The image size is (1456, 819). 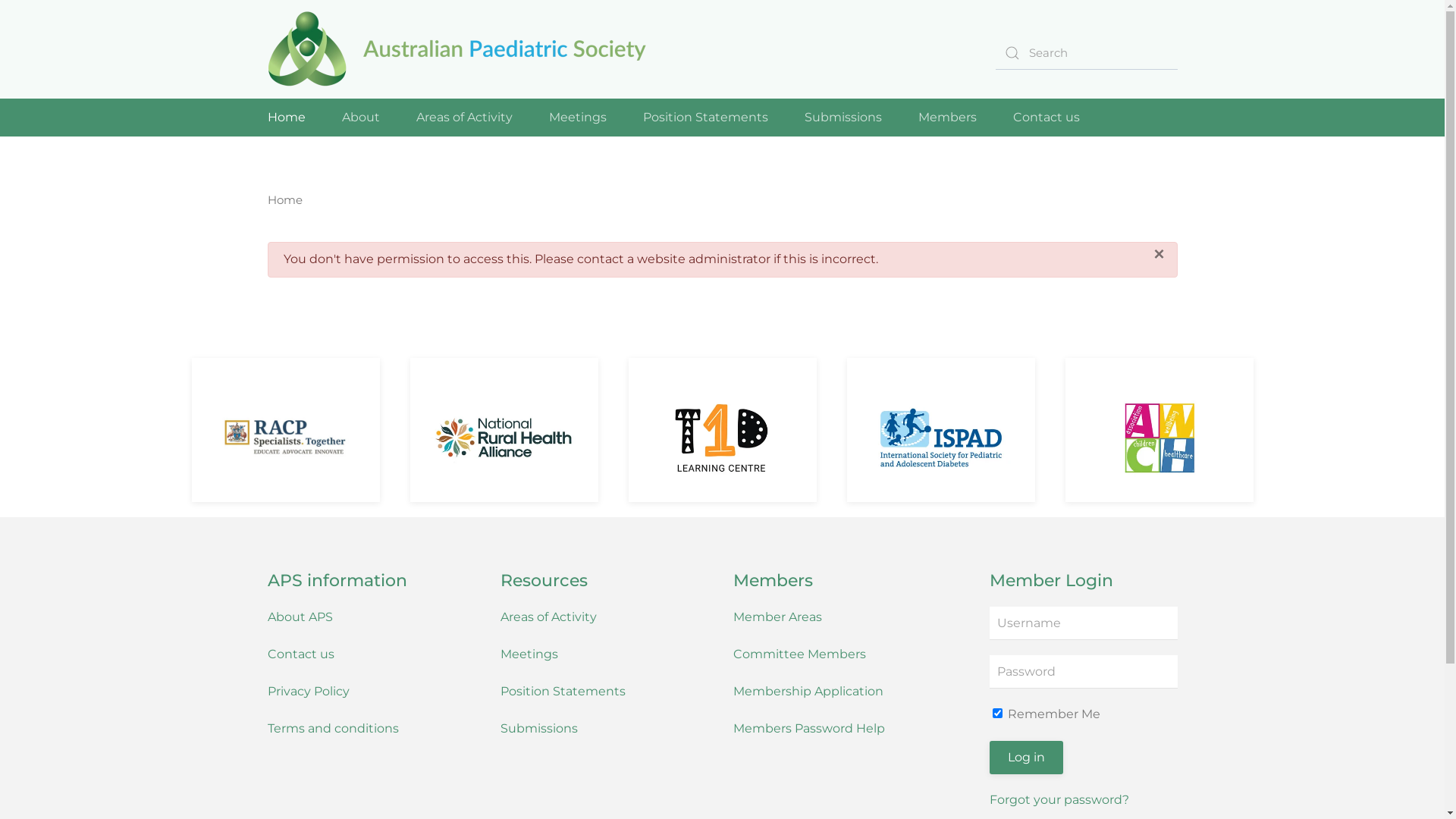 What do you see at coordinates (808, 727) in the screenshot?
I see `'Members Password Help'` at bounding box center [808, 727].